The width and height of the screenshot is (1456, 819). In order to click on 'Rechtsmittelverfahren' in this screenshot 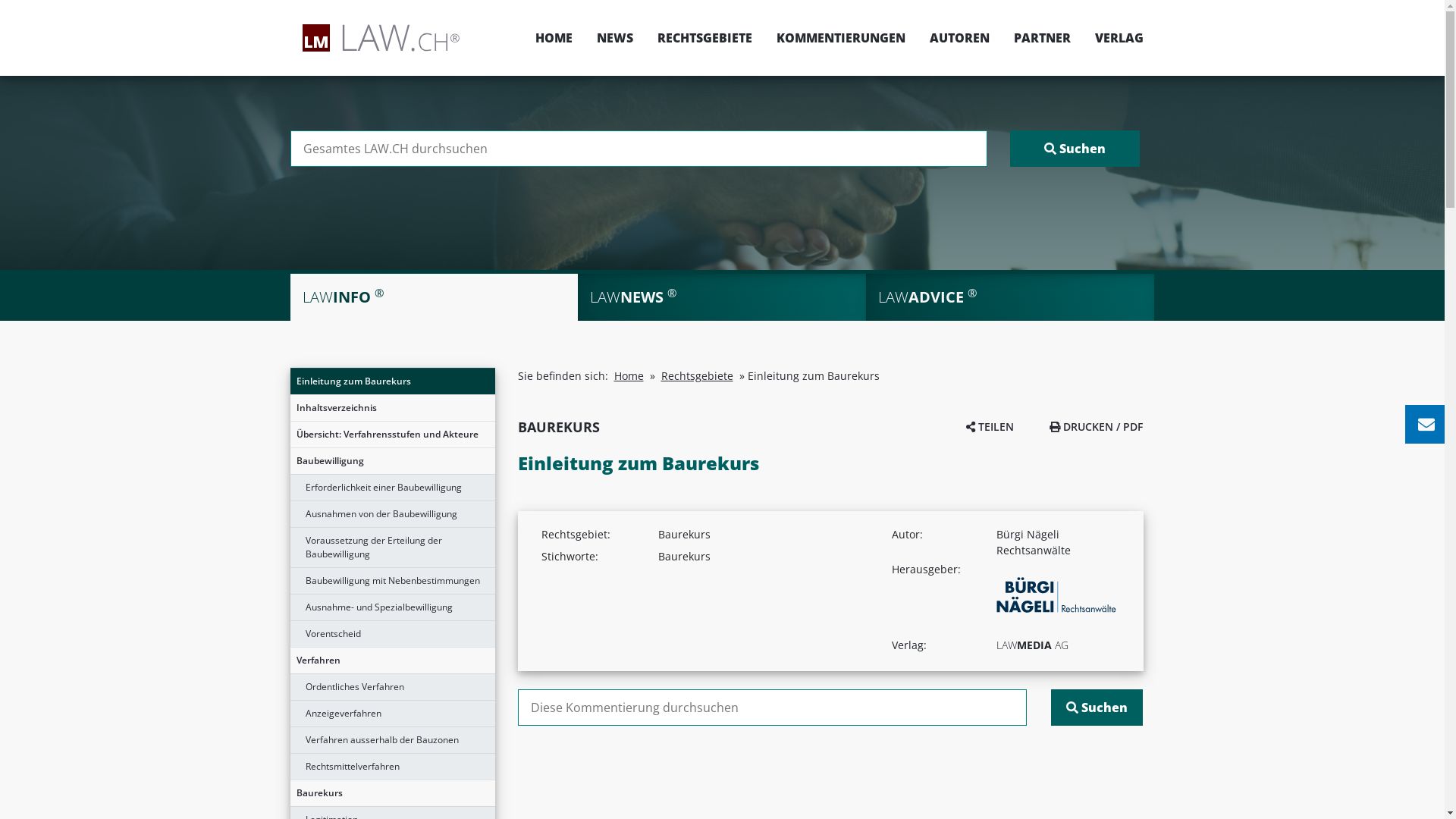, I will do `click(392, 766)`.